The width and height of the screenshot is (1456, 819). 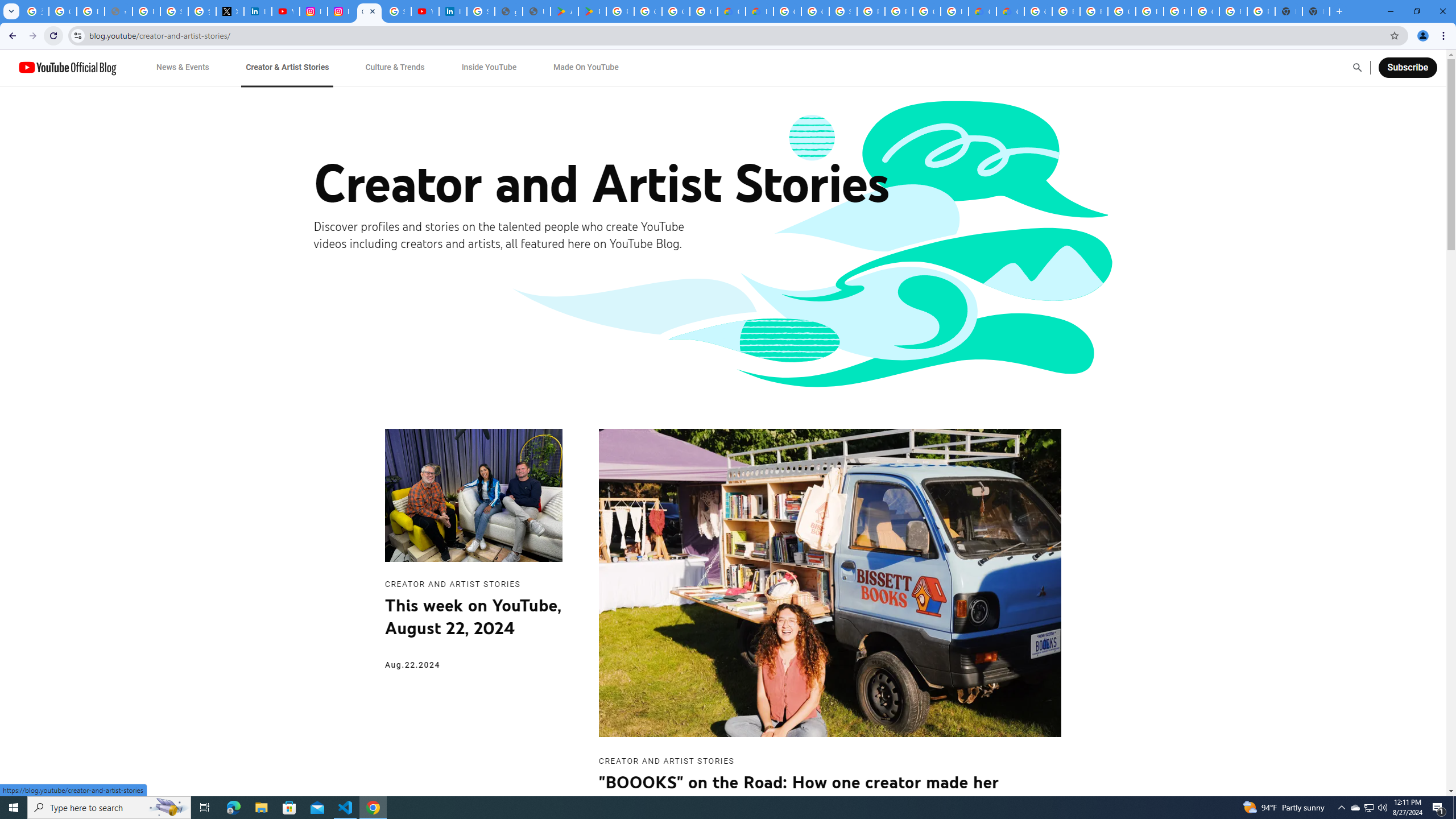 I want to click on 'Open Search', so click(x=1357, y=67).